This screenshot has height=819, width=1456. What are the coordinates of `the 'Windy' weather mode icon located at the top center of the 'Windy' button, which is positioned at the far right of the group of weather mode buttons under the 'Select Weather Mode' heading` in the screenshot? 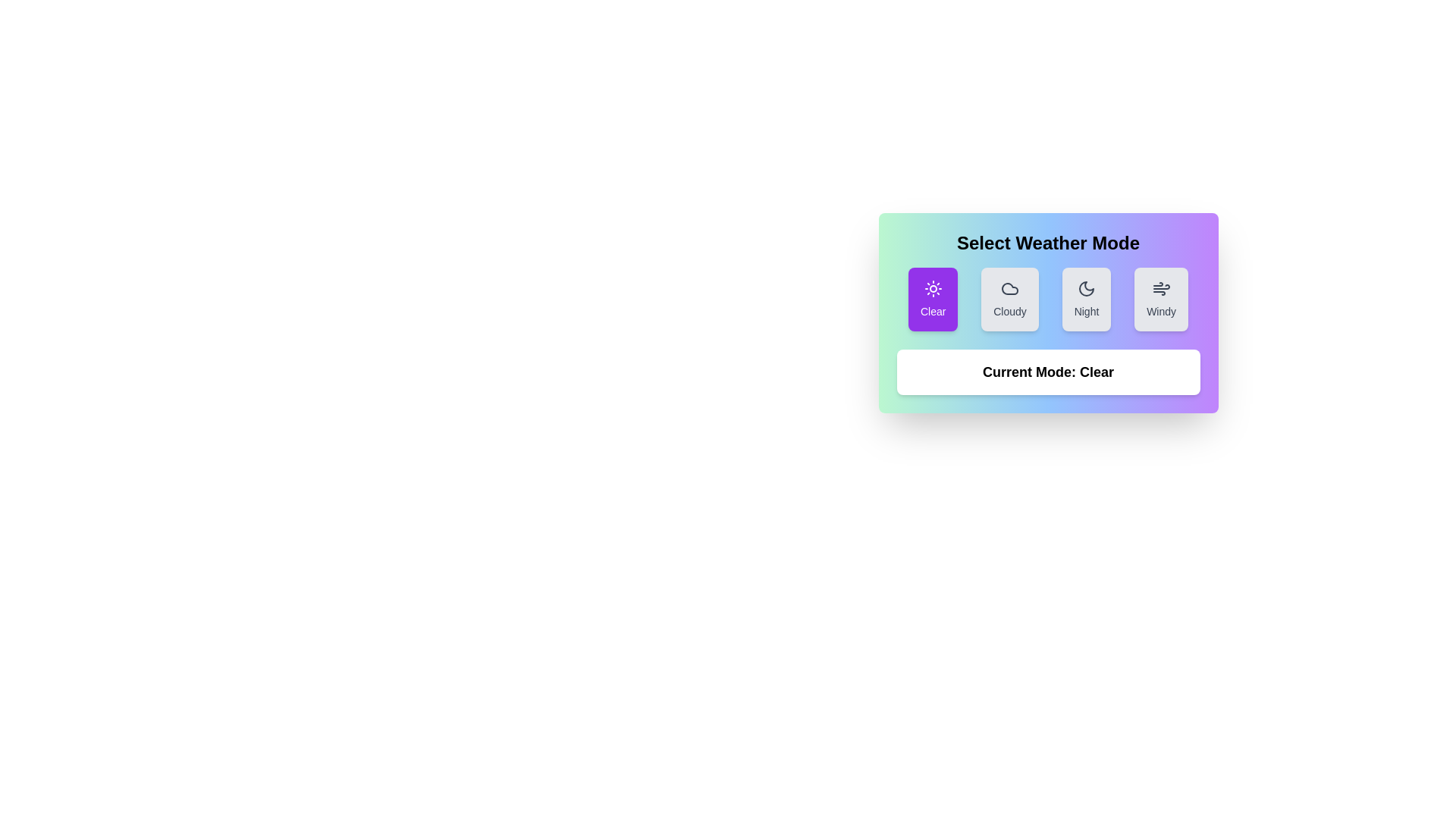 It's located at (1160, 289).